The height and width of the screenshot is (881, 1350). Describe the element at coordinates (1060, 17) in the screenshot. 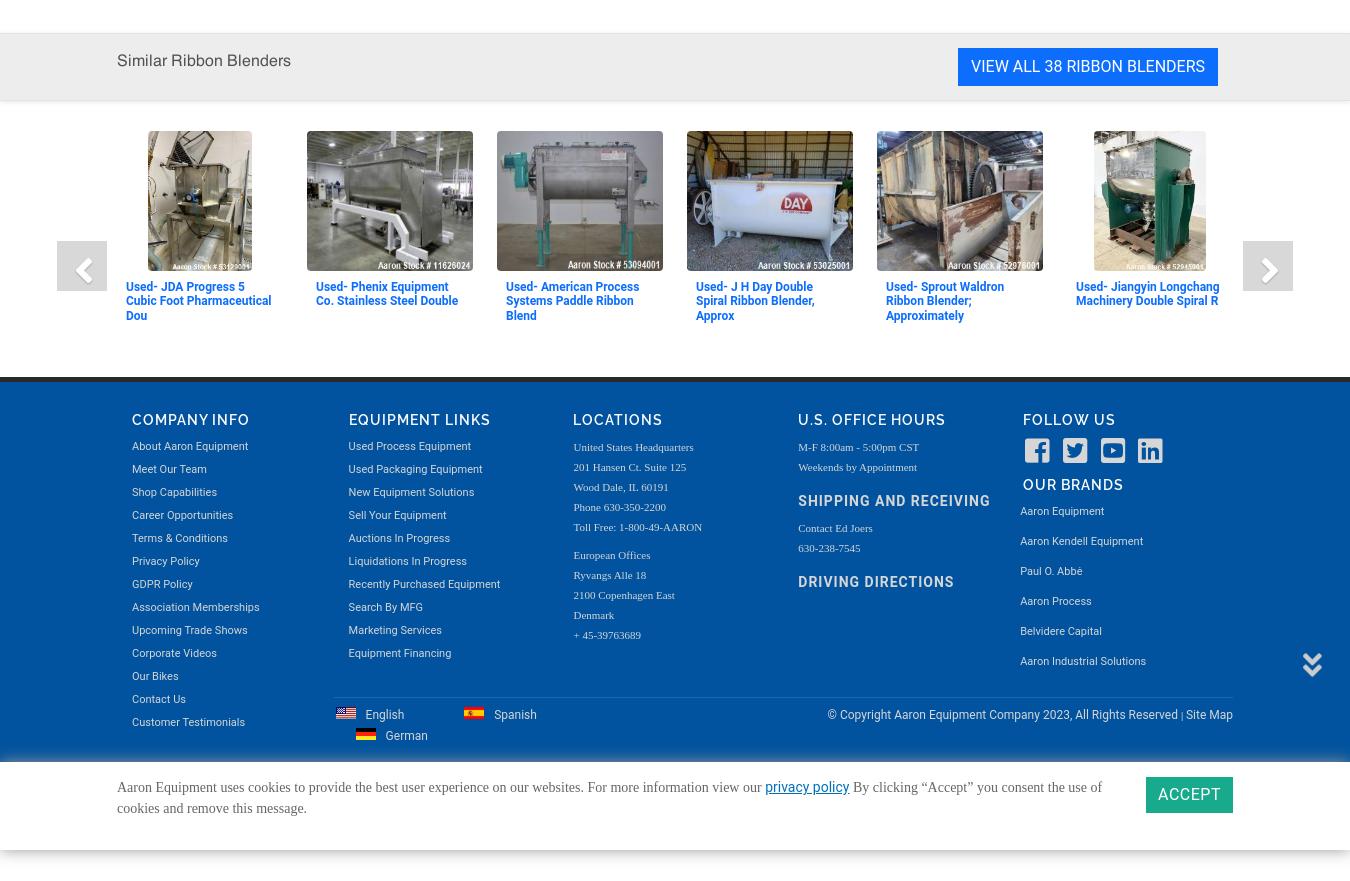

I see `'Belvidere Capital'` at that location.